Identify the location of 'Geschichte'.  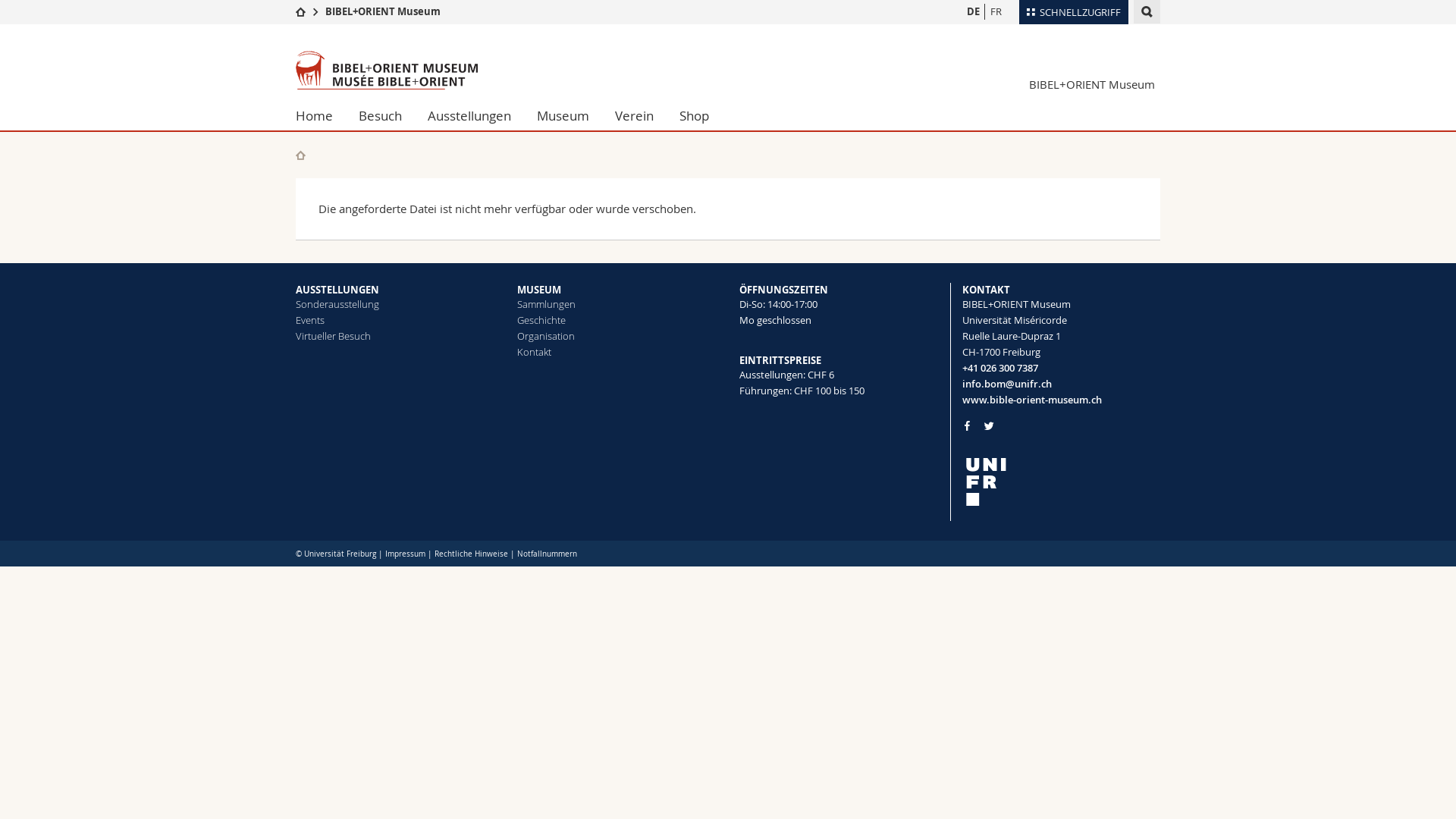
(541, 318).